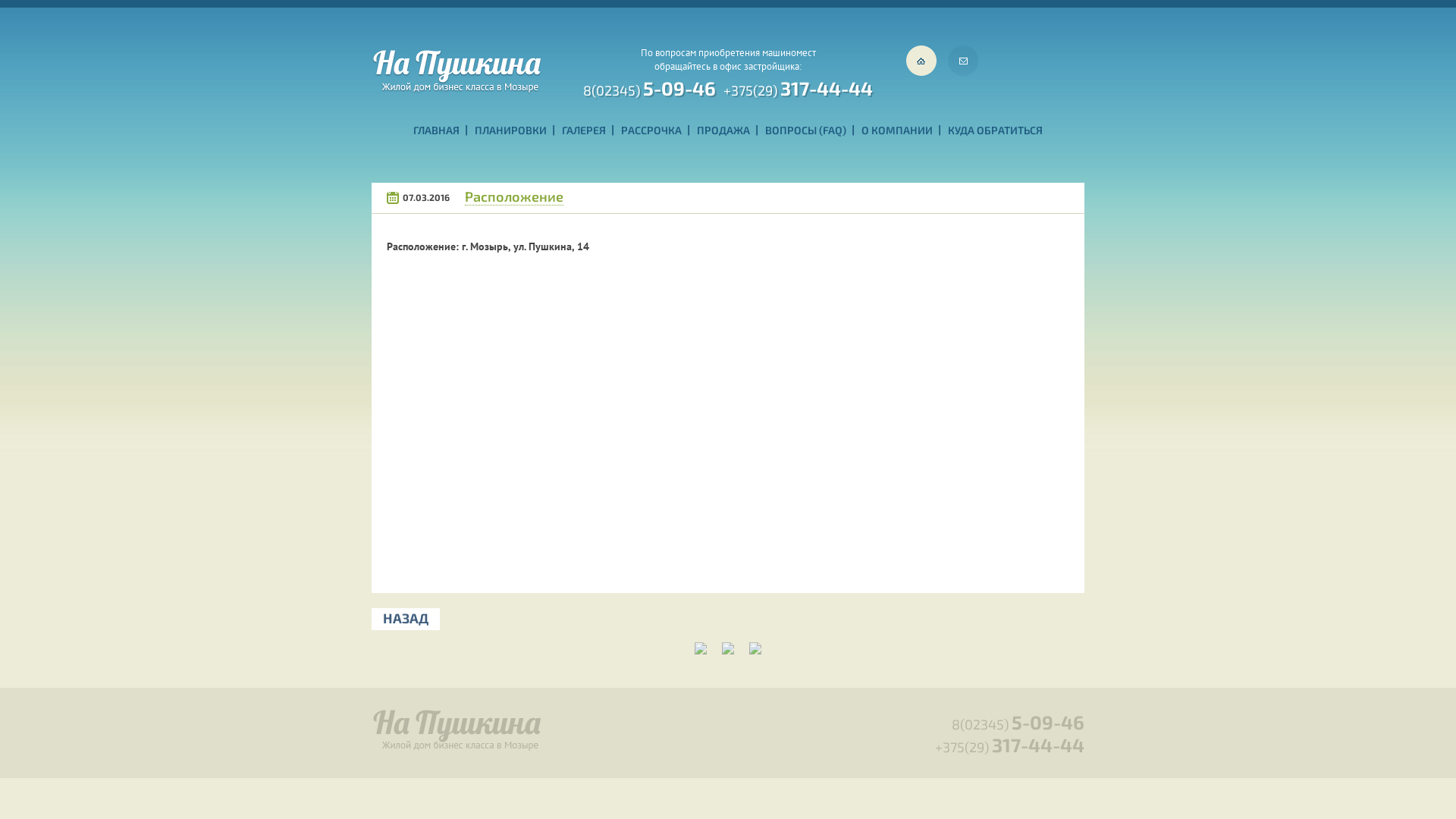  Describe the element at coordinates (797, 86) in the screenshot. I see `'+375(29) 317-44-44'` at that location.